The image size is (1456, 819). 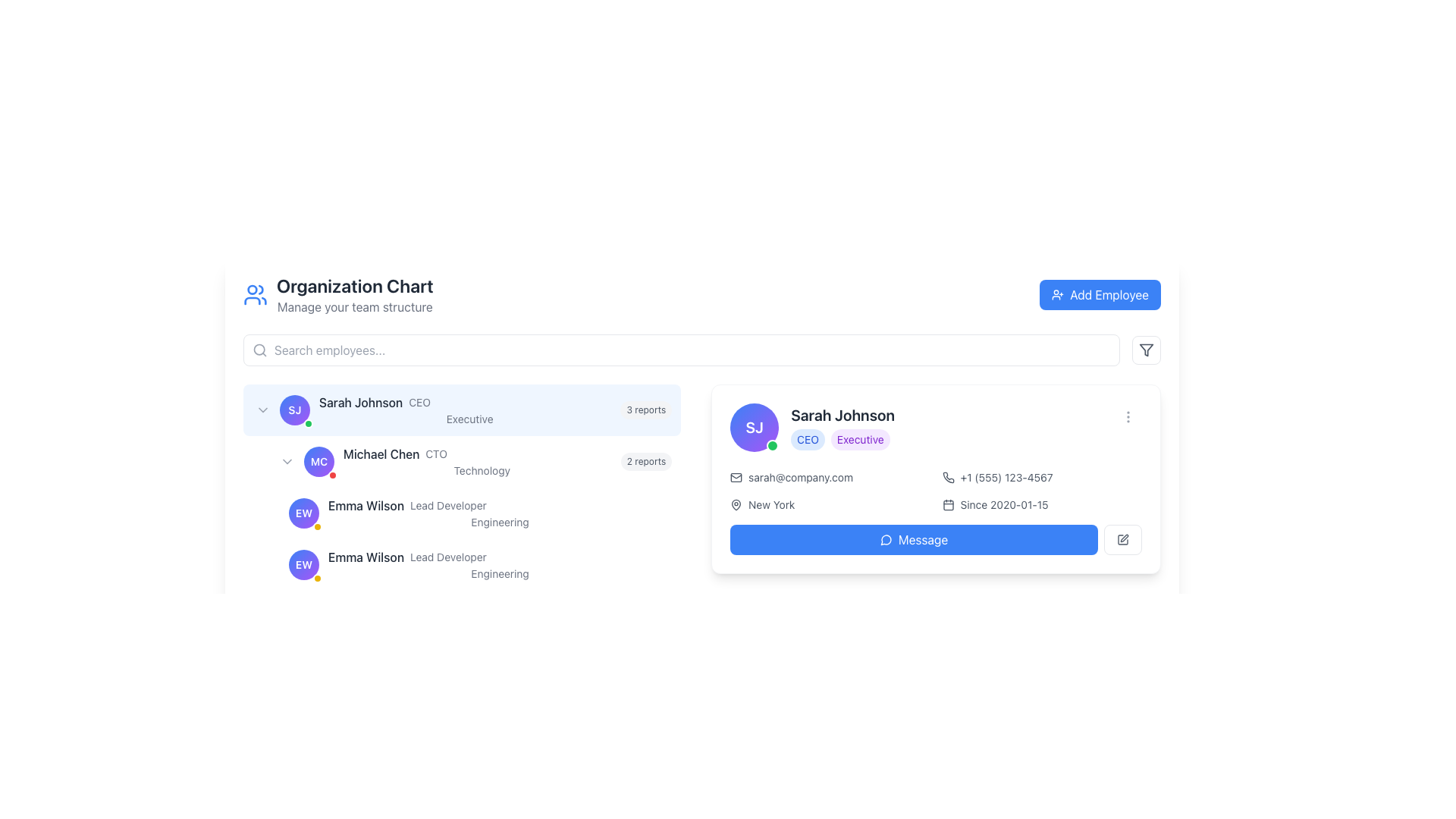 What do you see at coordinates (481, 470) in the screenshot?
I see `the text label that provides additional context for 'Michael Chen', positioned below the title 'Michael Chen CTO'` at bounding box center [481, 470].